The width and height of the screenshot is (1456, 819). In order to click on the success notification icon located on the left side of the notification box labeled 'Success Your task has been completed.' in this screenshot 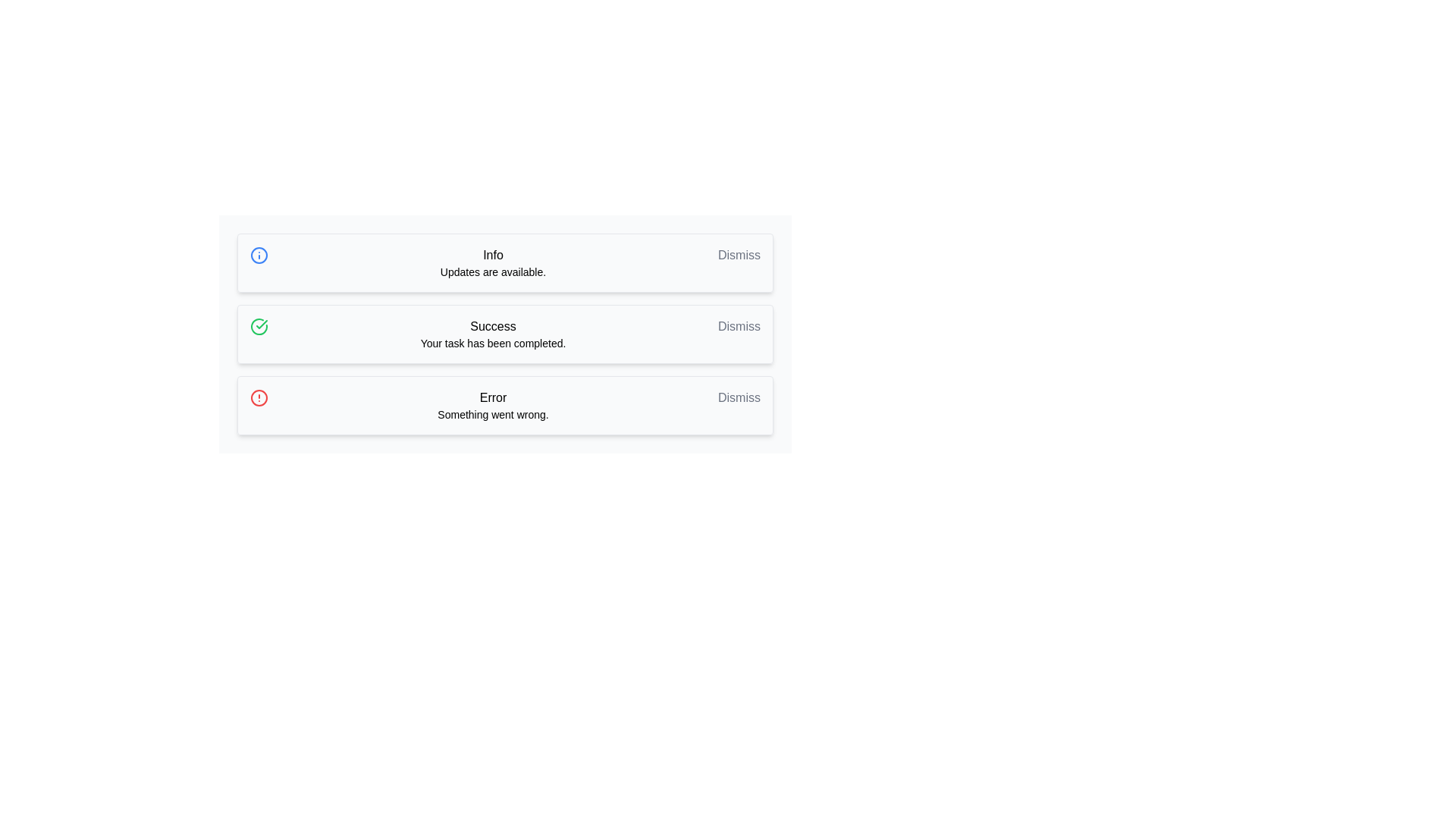, I will do `click(259, 326)`.